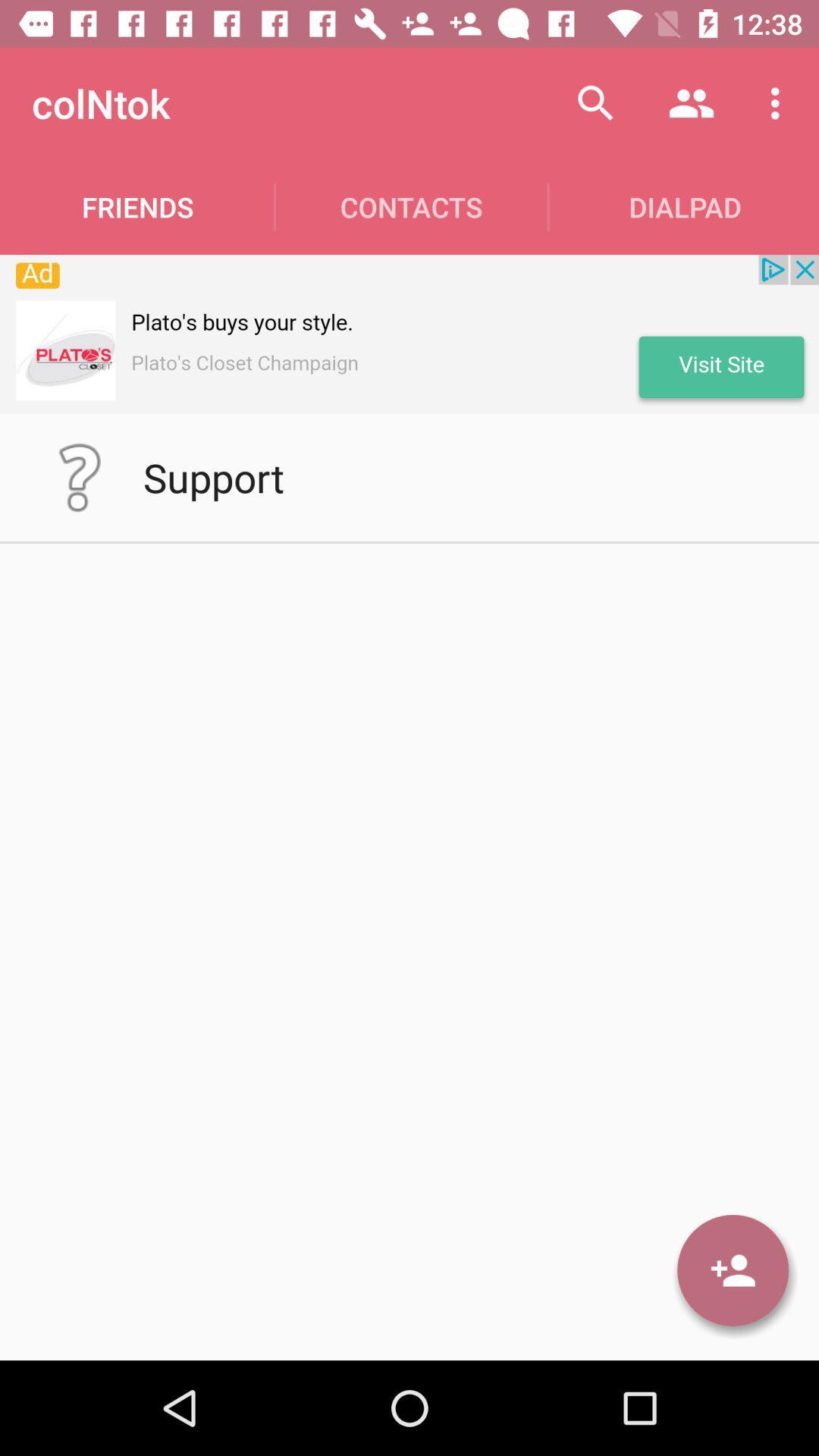  What do you see at coordinates (732, 1270) in the screenshot?
I see `the follow icon` at bounding box center [732, 1270].